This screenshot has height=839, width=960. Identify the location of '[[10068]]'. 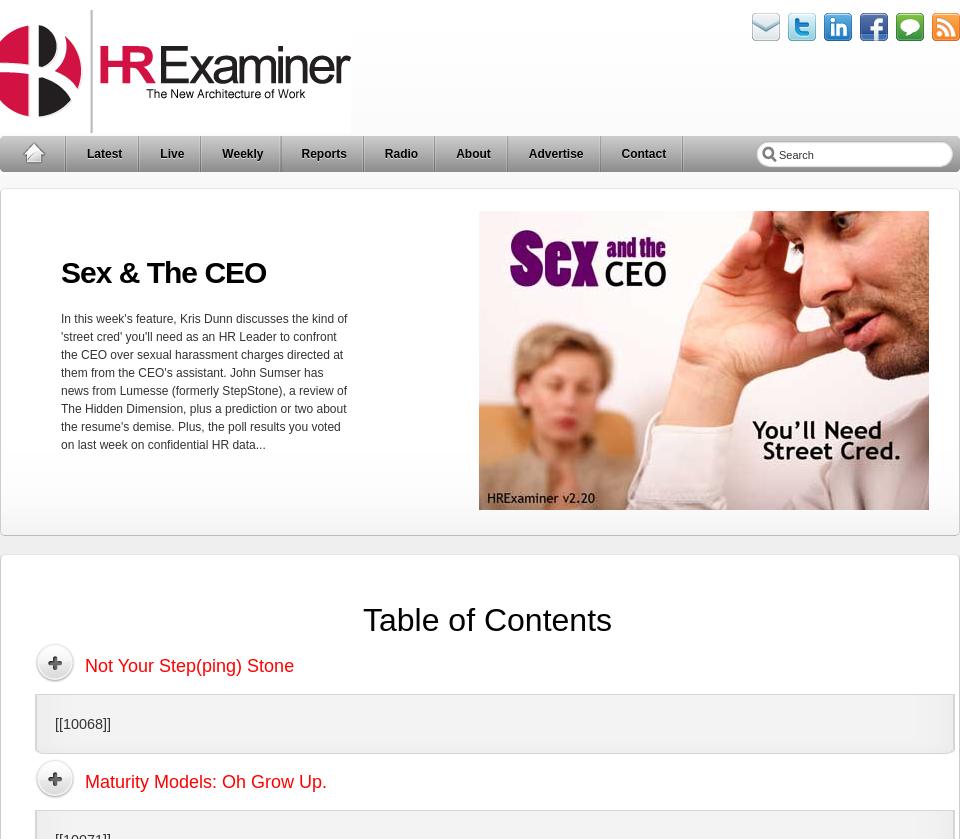
(83, 721).